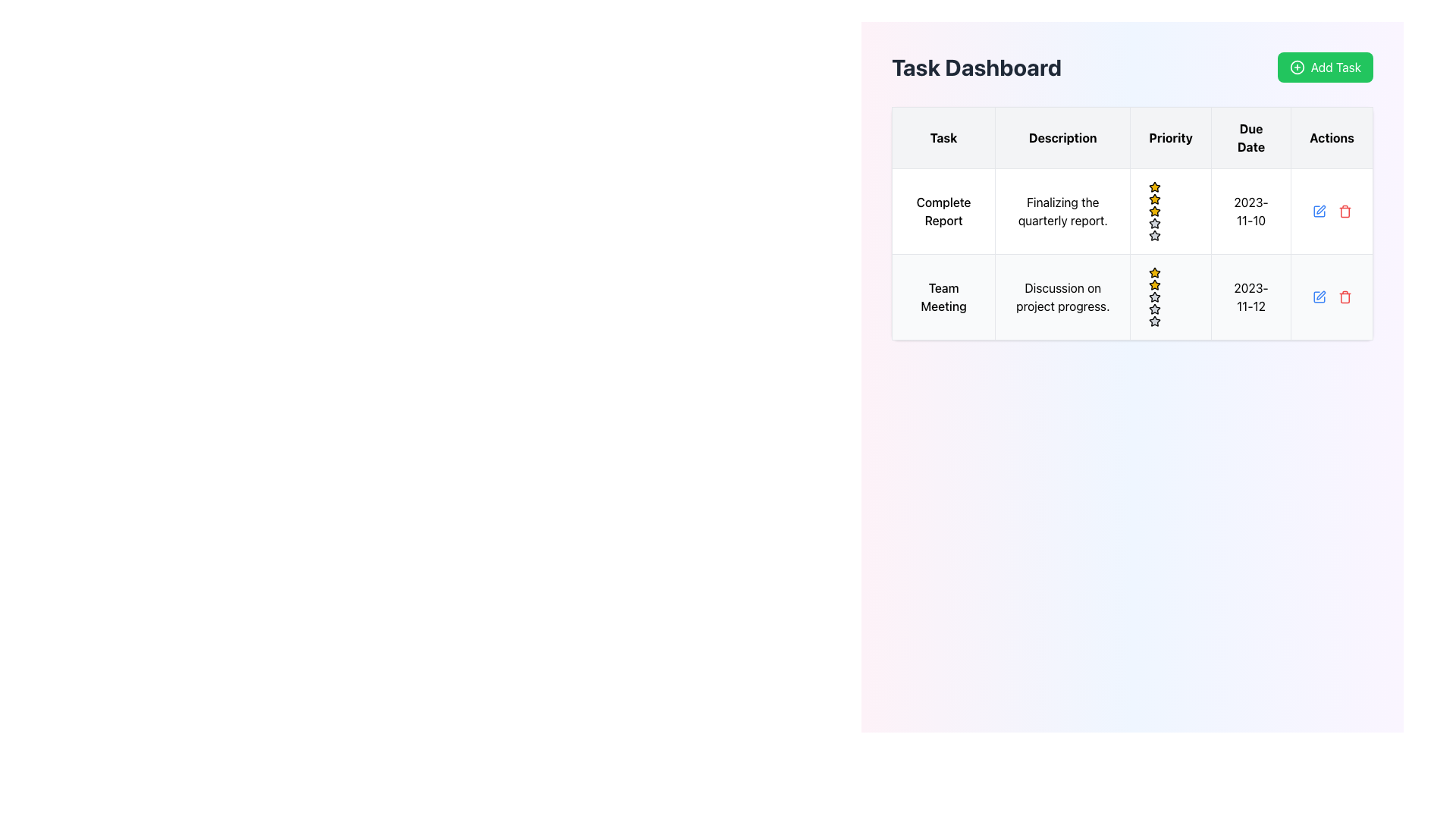 Image resolution: width=1456 pixels, height=819 pixels. I want to click on the Static text component displaying the description for the 'Team Meeting' task, located in the second cell under the 'Description' column in the second row of the table, so click(1062, 297).